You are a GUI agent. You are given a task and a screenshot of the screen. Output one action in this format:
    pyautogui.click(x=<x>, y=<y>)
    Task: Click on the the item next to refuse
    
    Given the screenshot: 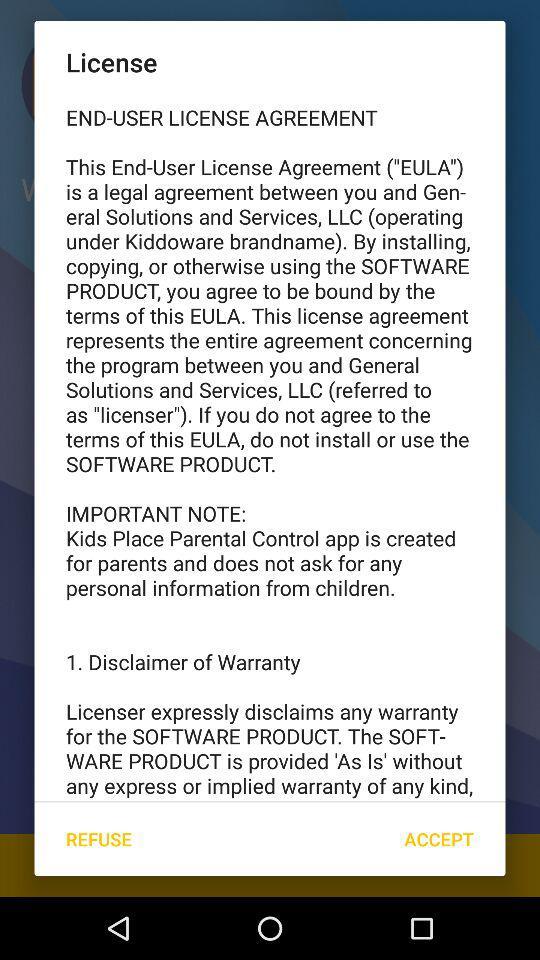 What is the action you would take?
    pyautogui.click(x=438, y=839)
    